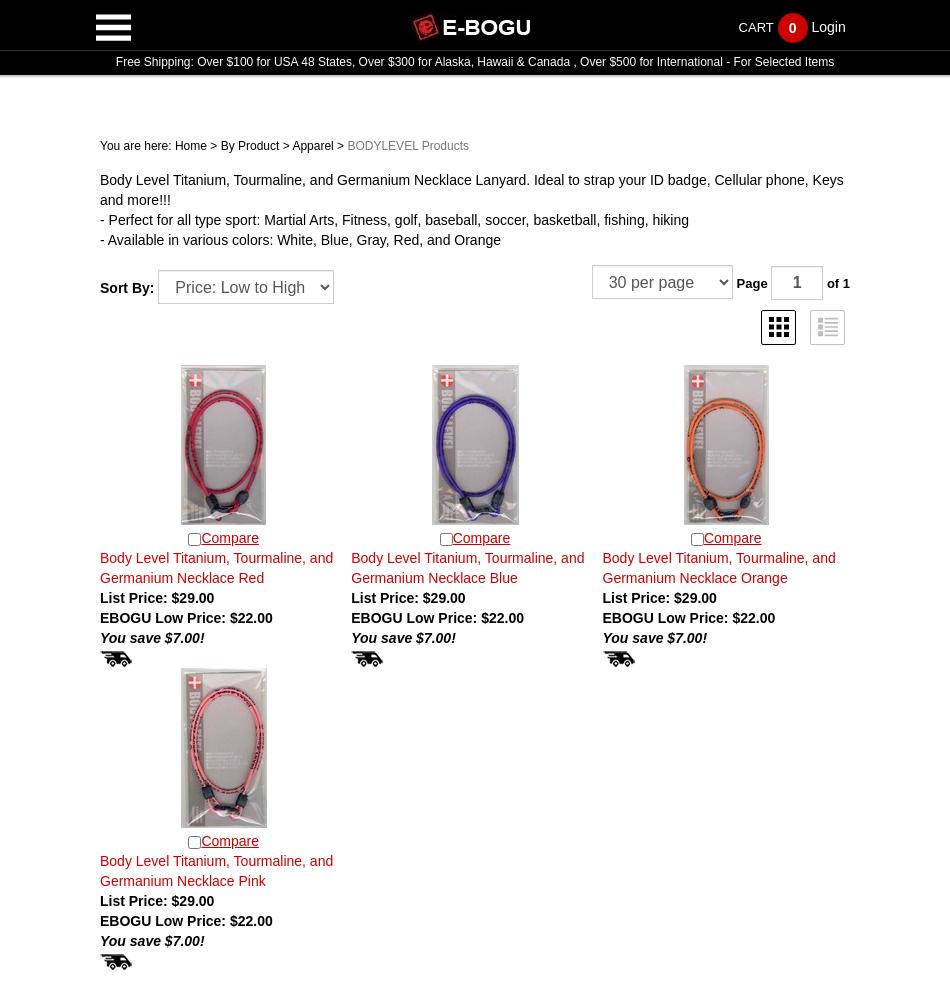 The width and height of the screenshot is (950, 1000). I want to click on 'Page', so click(752, 282).